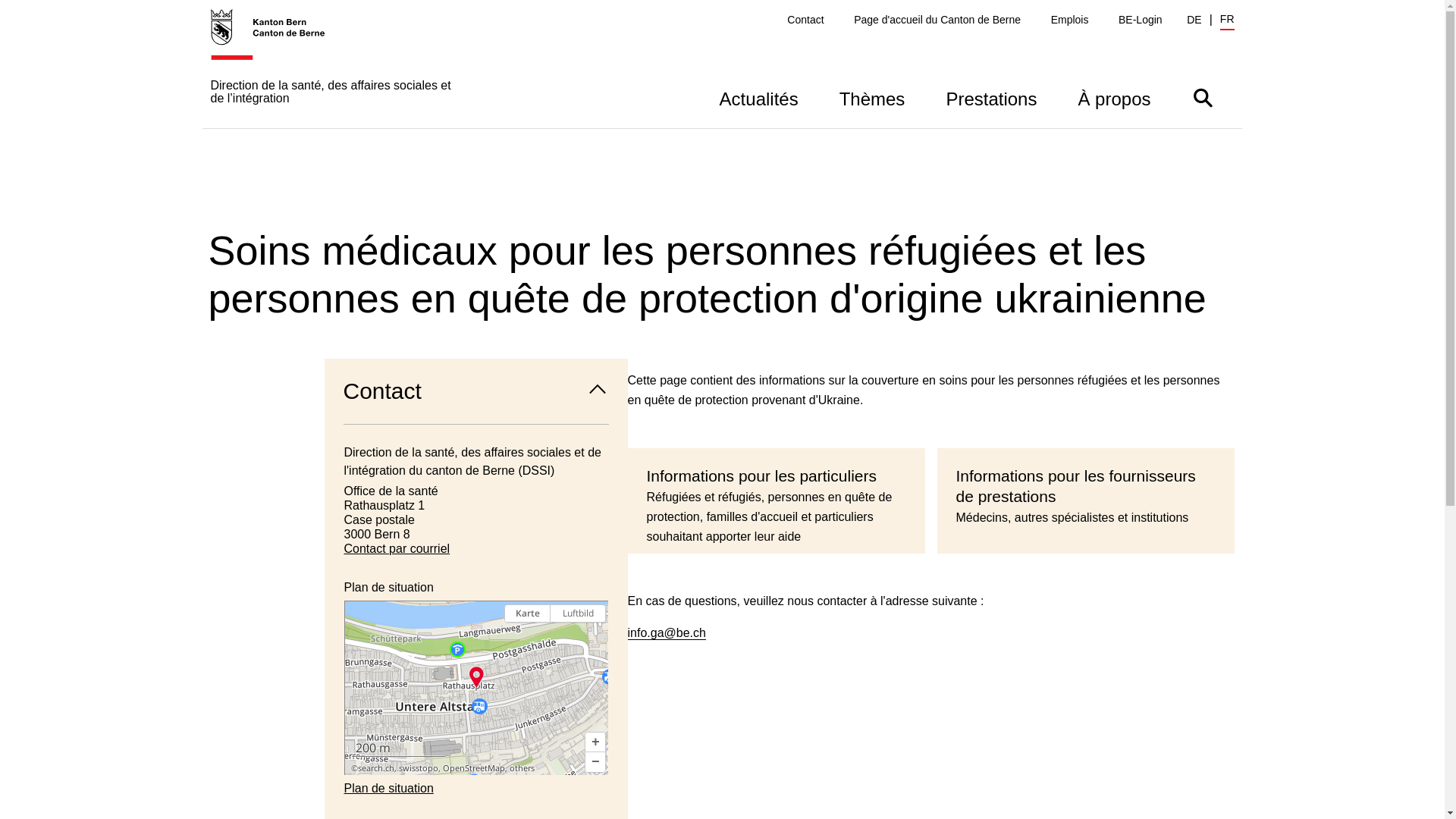 The height and width of the screenshot is (819, 1456). I want to click on 'FR', so click(1227, 20).